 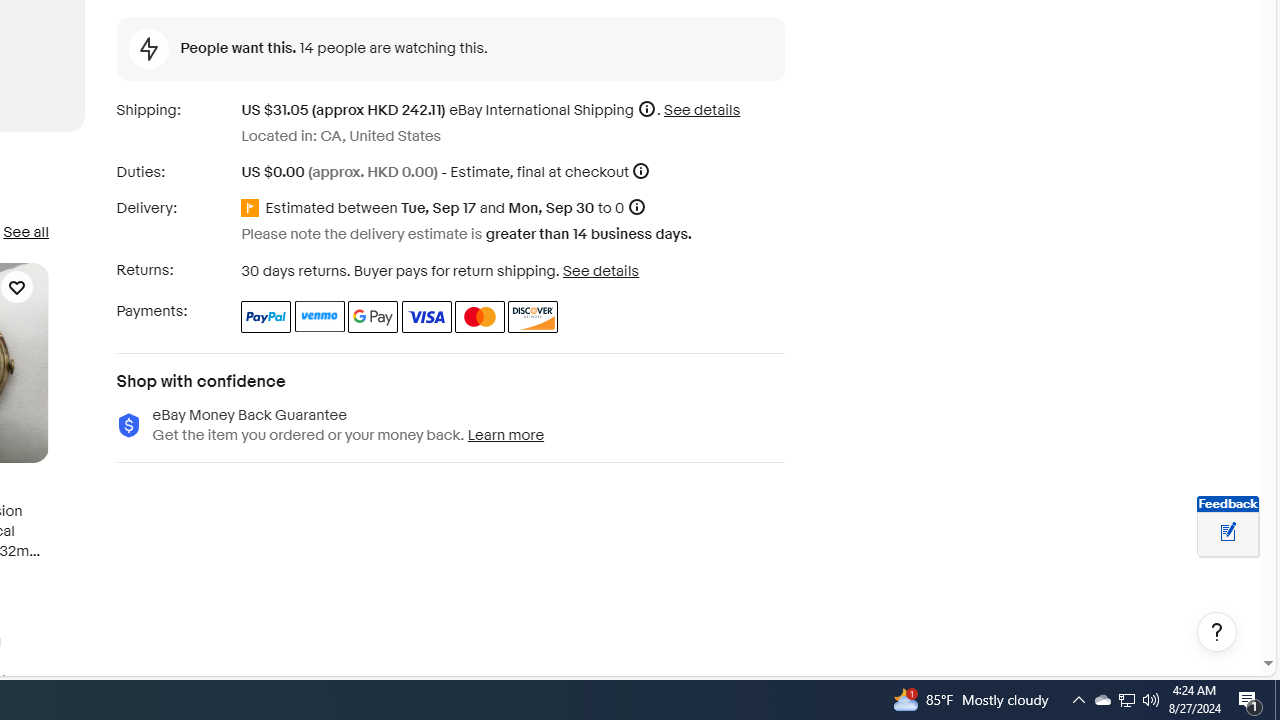 What do you see at coordinates (599, 270) in the screenshot?
I see `'See details - for more information about returns'` at bounding box center [599, 270].